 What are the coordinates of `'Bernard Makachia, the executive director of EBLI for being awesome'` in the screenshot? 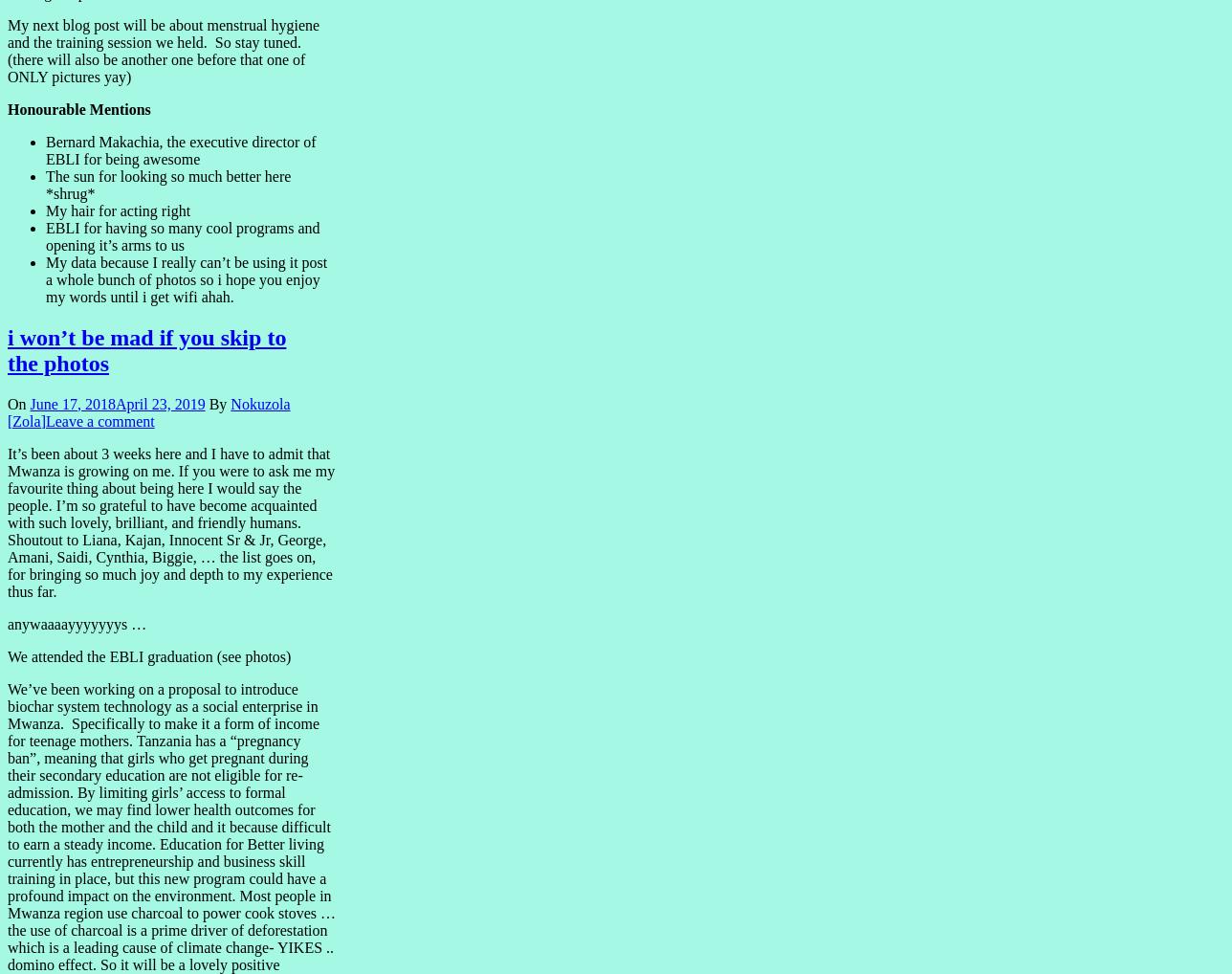 It's located at (180, 149).